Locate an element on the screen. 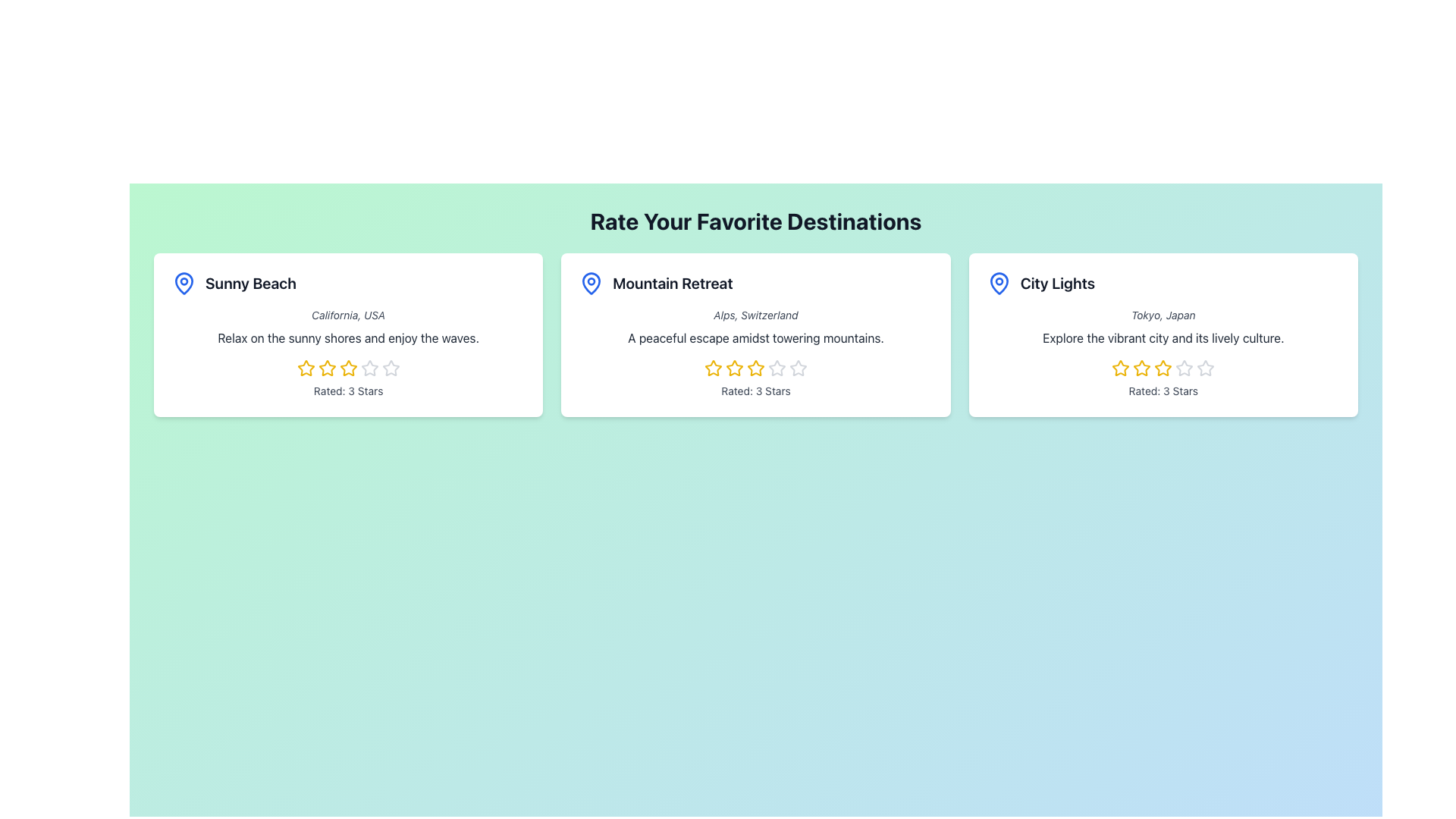 The height and width of the screenshot is (819, 1456). the first star icon in the 5-star rating set for the 'City Lights' destination to modify the rating is located at coordinates (1121, 368).